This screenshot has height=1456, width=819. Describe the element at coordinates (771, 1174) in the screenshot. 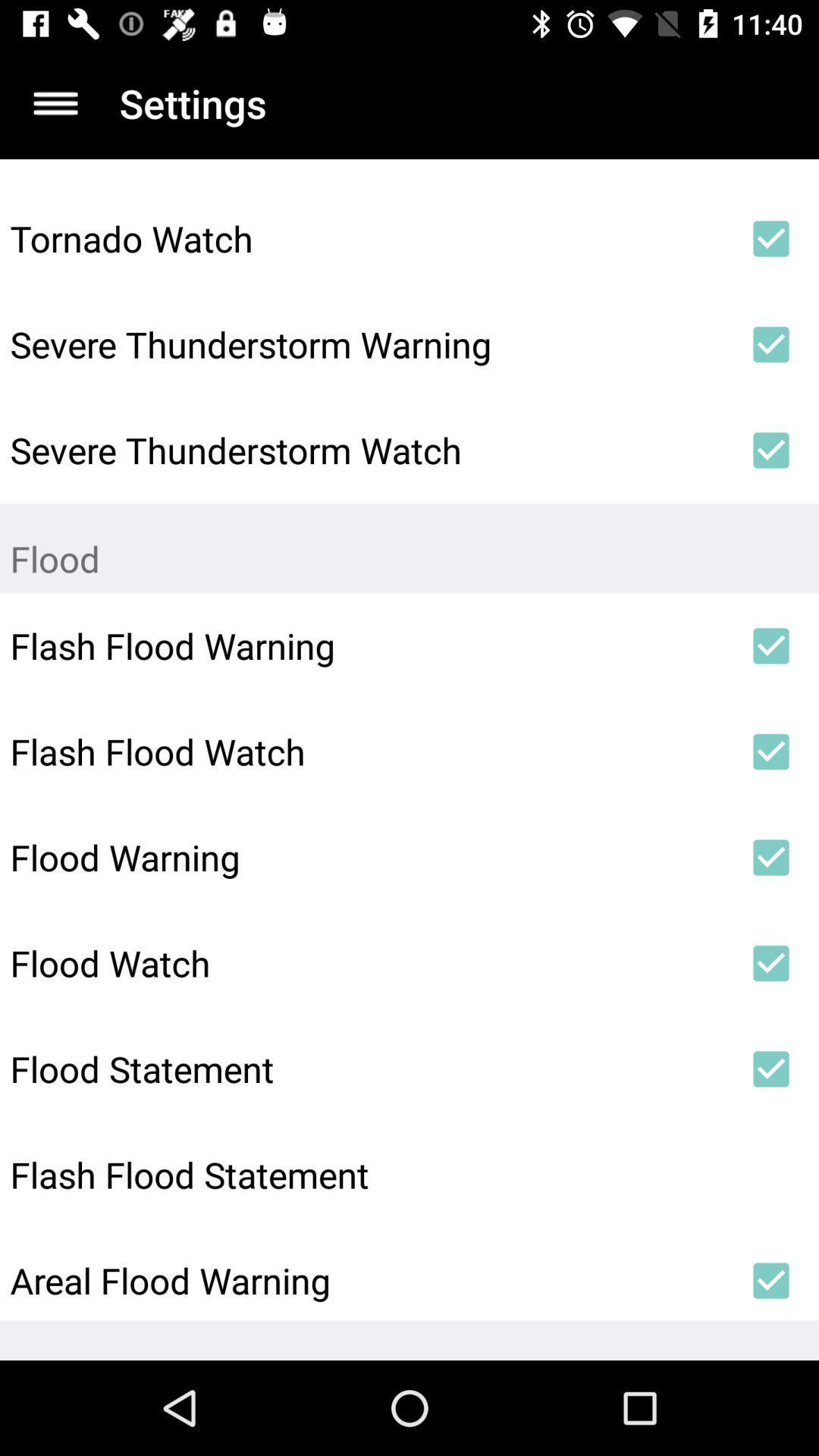

I see `the icon to the right of the flash flood statement` at that location.